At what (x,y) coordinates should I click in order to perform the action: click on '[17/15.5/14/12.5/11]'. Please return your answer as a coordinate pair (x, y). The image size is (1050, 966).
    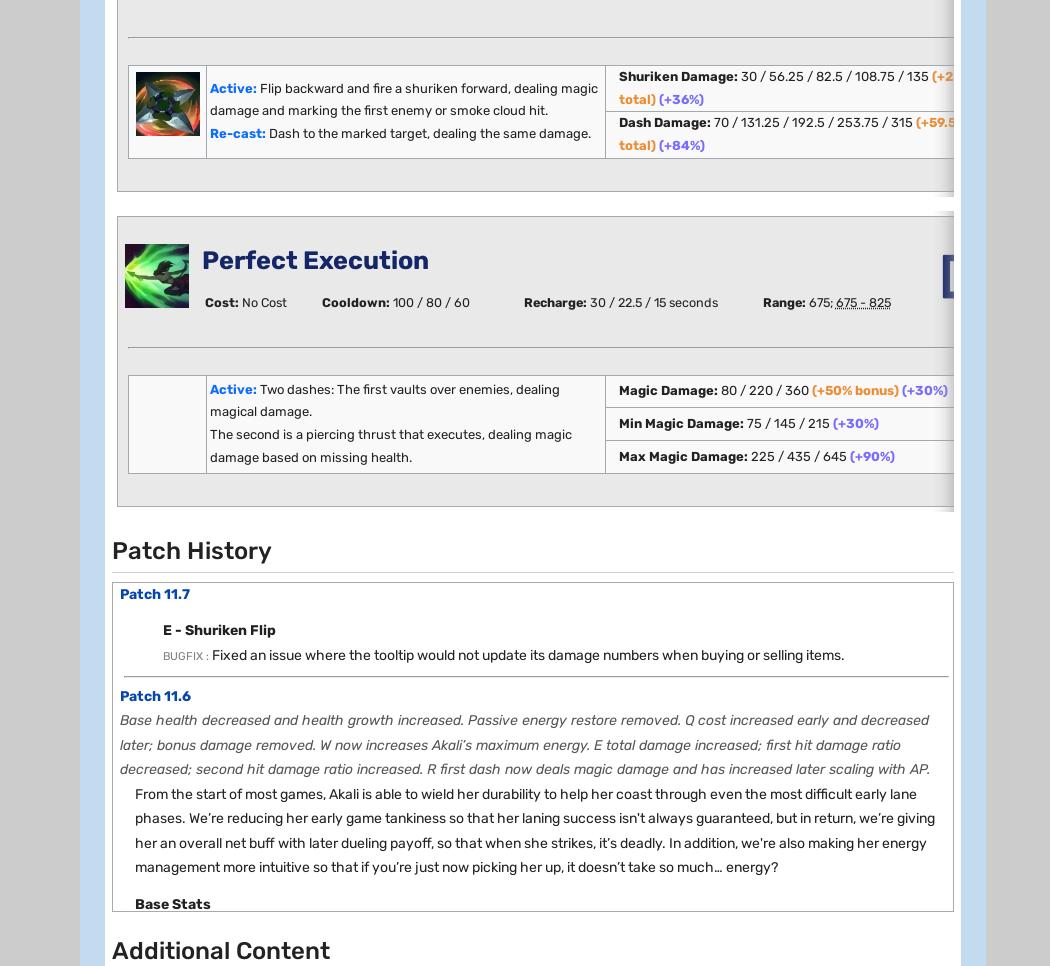
    Looking at the image, I should click on (298, 847).